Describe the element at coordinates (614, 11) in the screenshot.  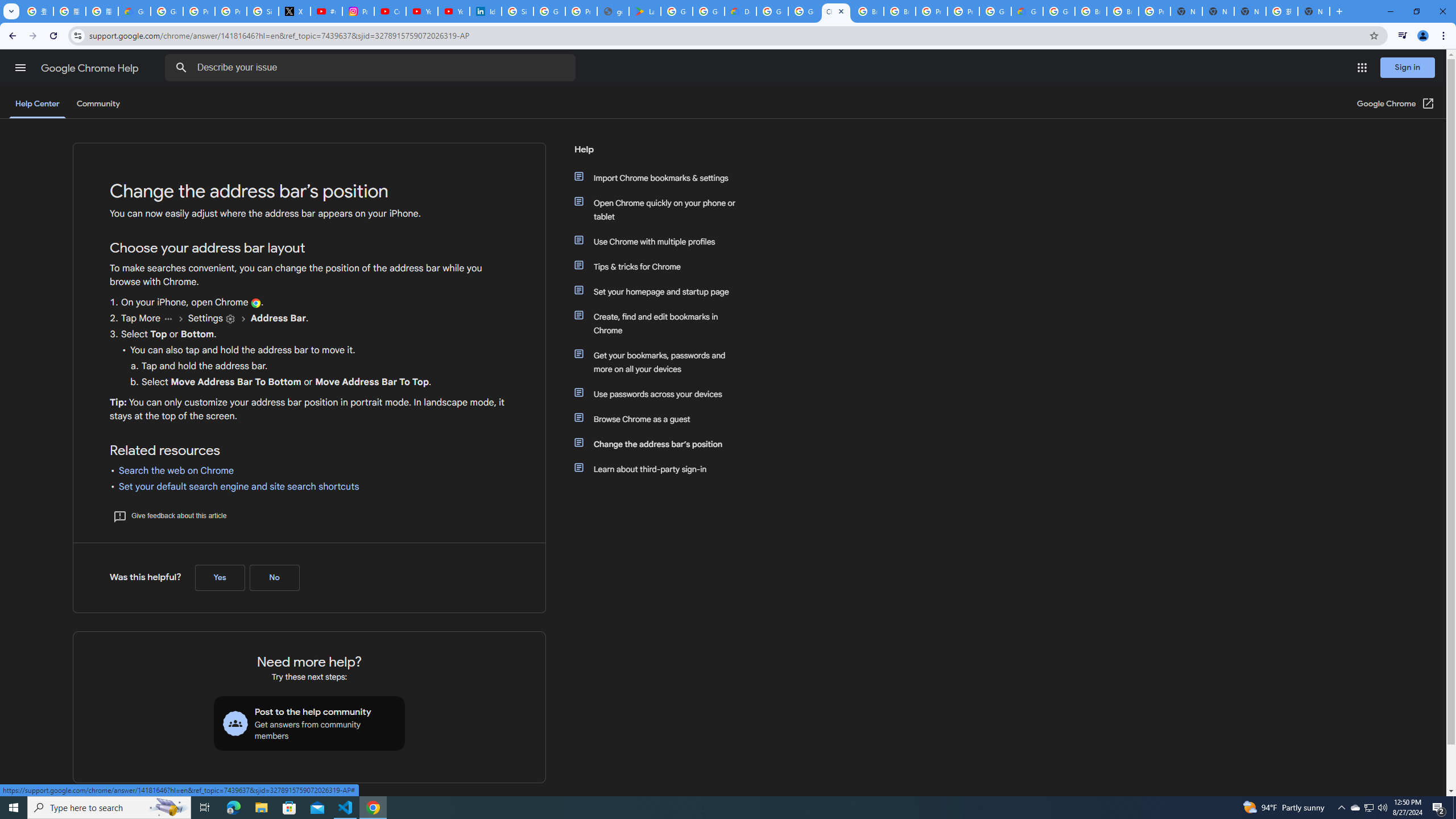
I see `'google_privacy_policy_en.pdf'` at that location.